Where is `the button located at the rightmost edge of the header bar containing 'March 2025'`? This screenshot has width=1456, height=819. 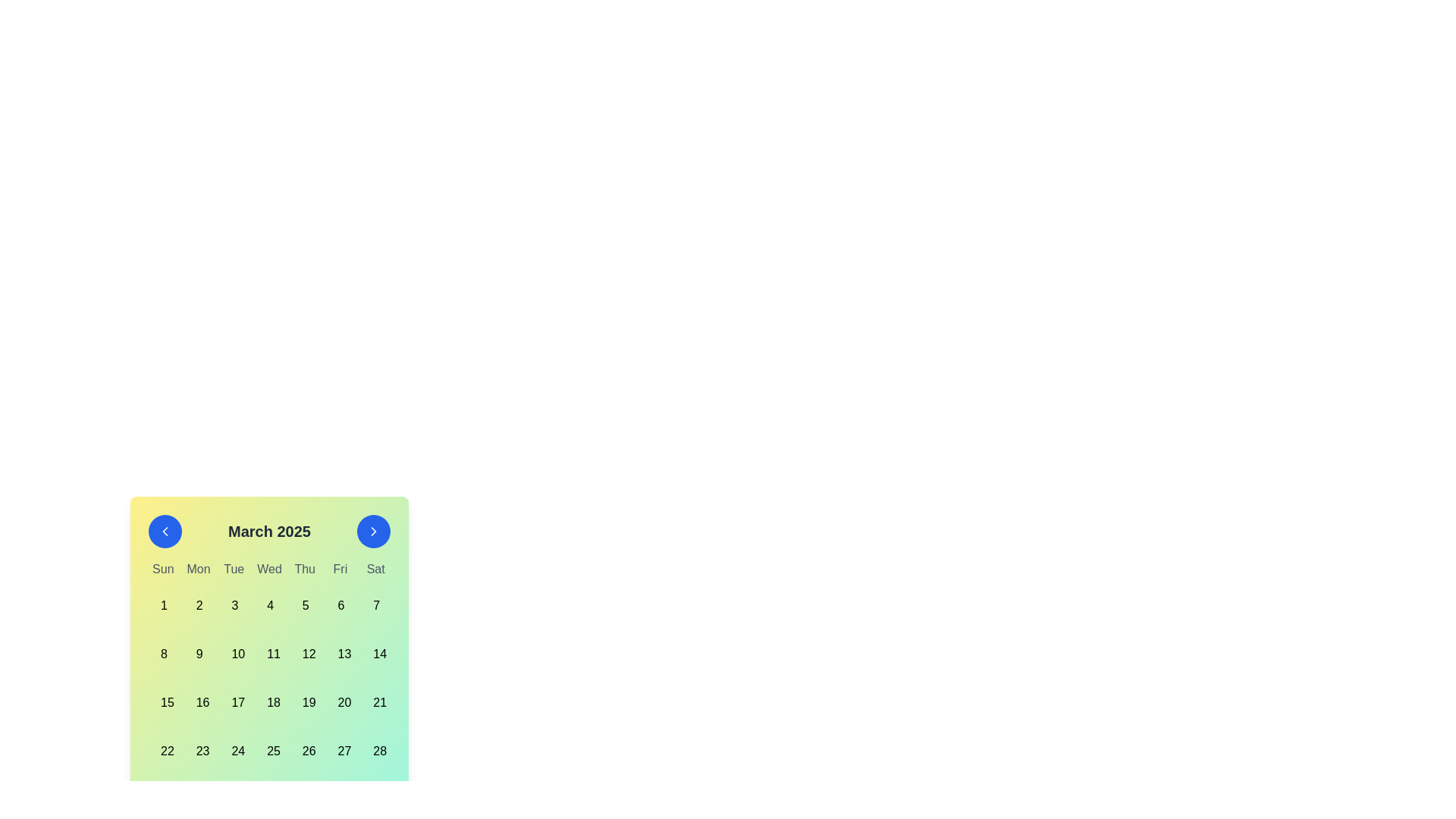 the button located at the rightmost edge of the header bar containing 'March 2025' is located at coordinates (374, 531).